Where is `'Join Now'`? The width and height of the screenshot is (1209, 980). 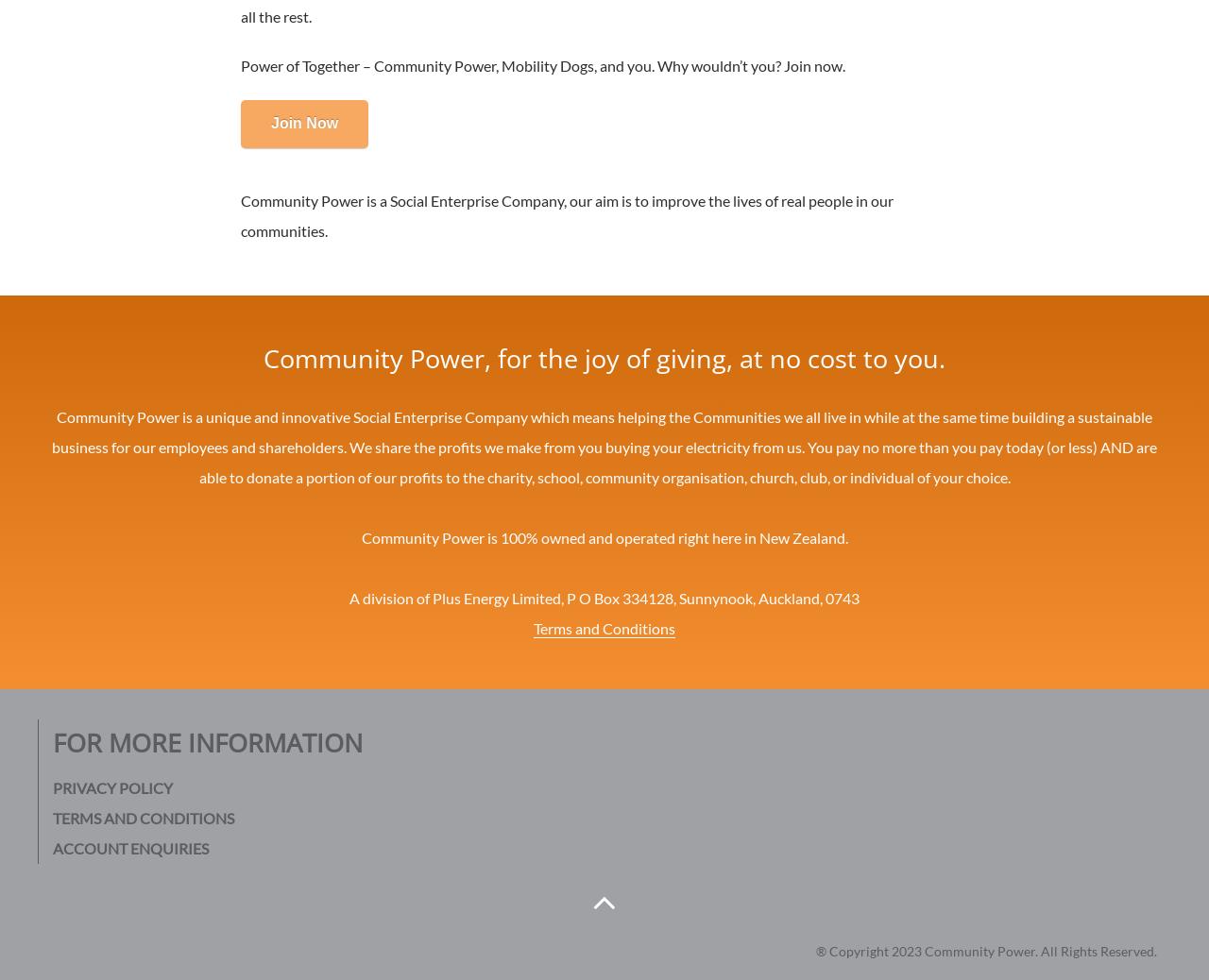 'Join Now' is located at coordinates (304, 122).